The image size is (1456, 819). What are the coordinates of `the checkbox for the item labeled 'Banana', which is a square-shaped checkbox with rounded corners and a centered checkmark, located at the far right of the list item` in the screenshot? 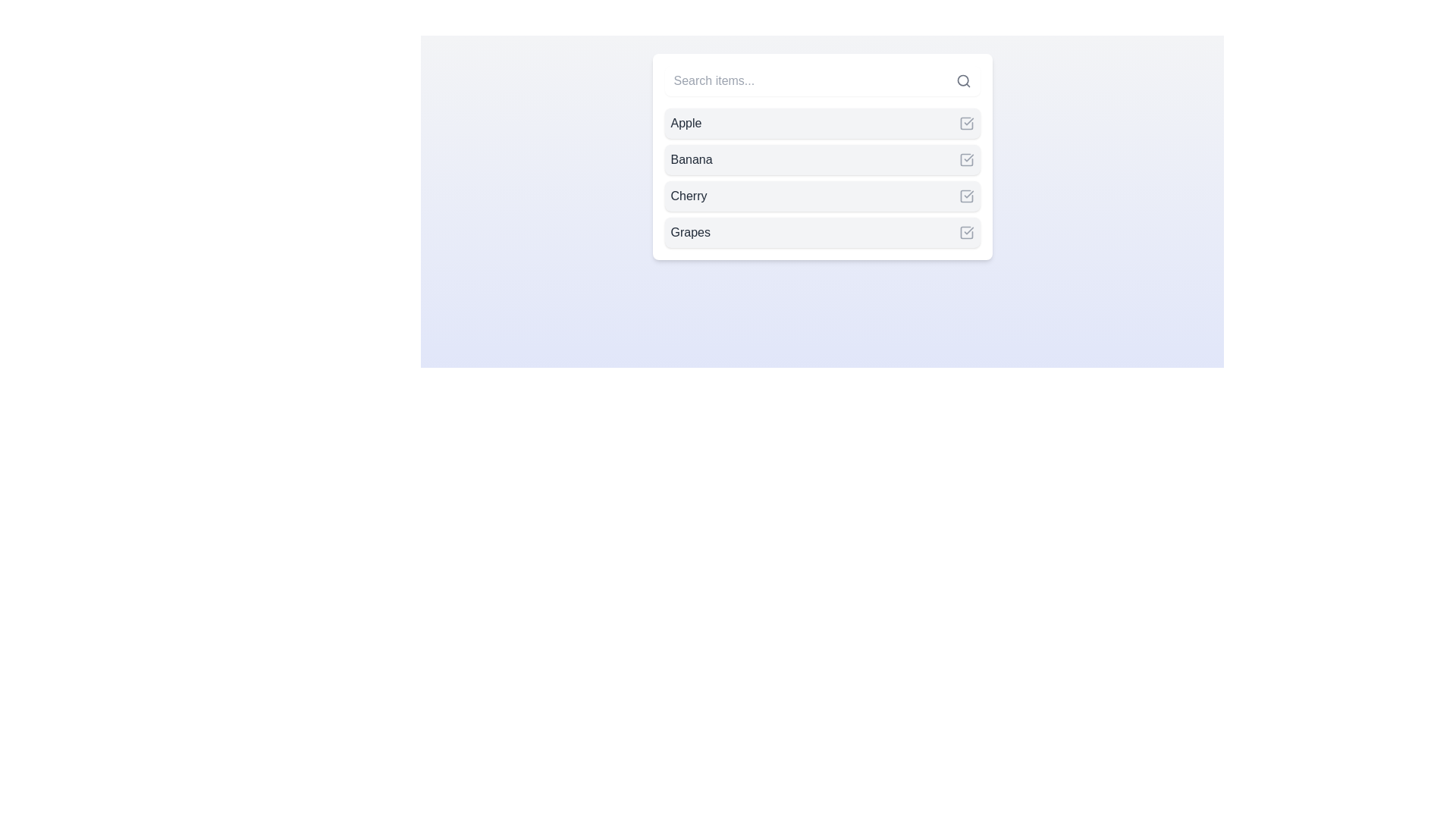 It's located at (965, 160).